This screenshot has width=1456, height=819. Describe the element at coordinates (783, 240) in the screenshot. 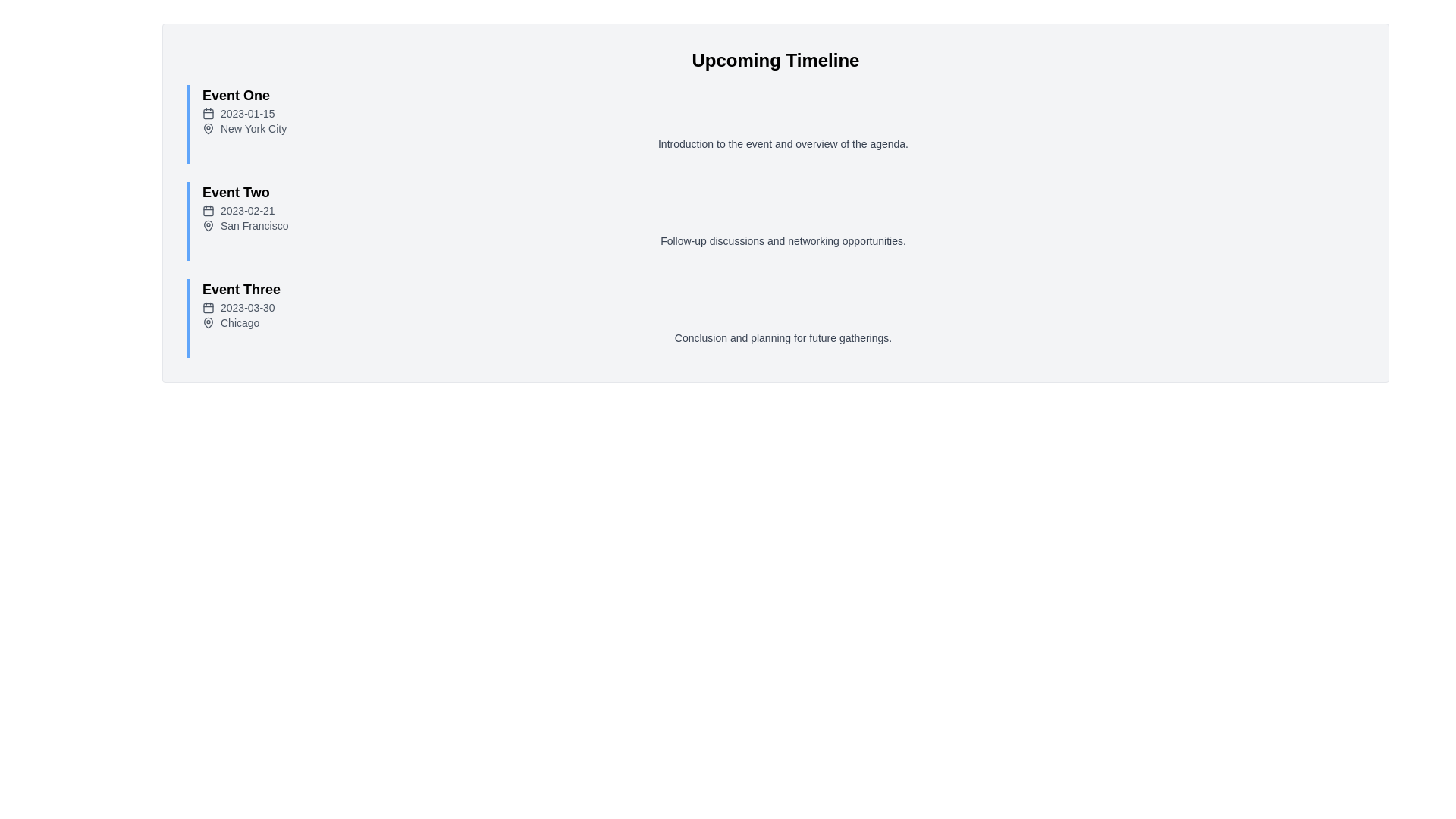

I see `the static text that says 'Follow-up discussions and networking opportunities.' located at the bottom of the 'Event Two' block` at that location.